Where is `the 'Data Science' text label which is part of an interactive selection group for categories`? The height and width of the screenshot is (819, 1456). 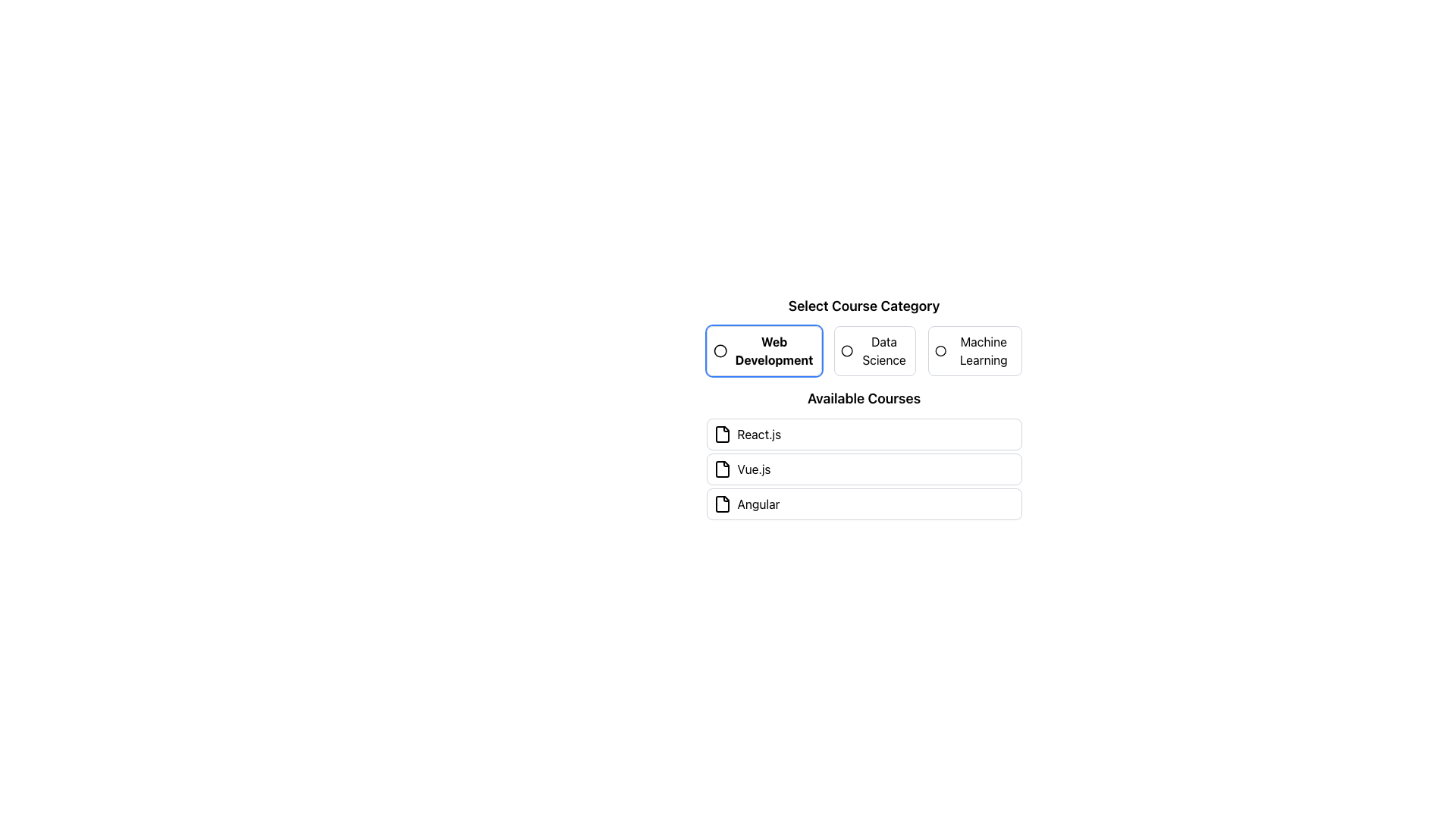 the 'Data Science' text label which is part of an interactive selection group for categories is located at coordinates (884, 350).